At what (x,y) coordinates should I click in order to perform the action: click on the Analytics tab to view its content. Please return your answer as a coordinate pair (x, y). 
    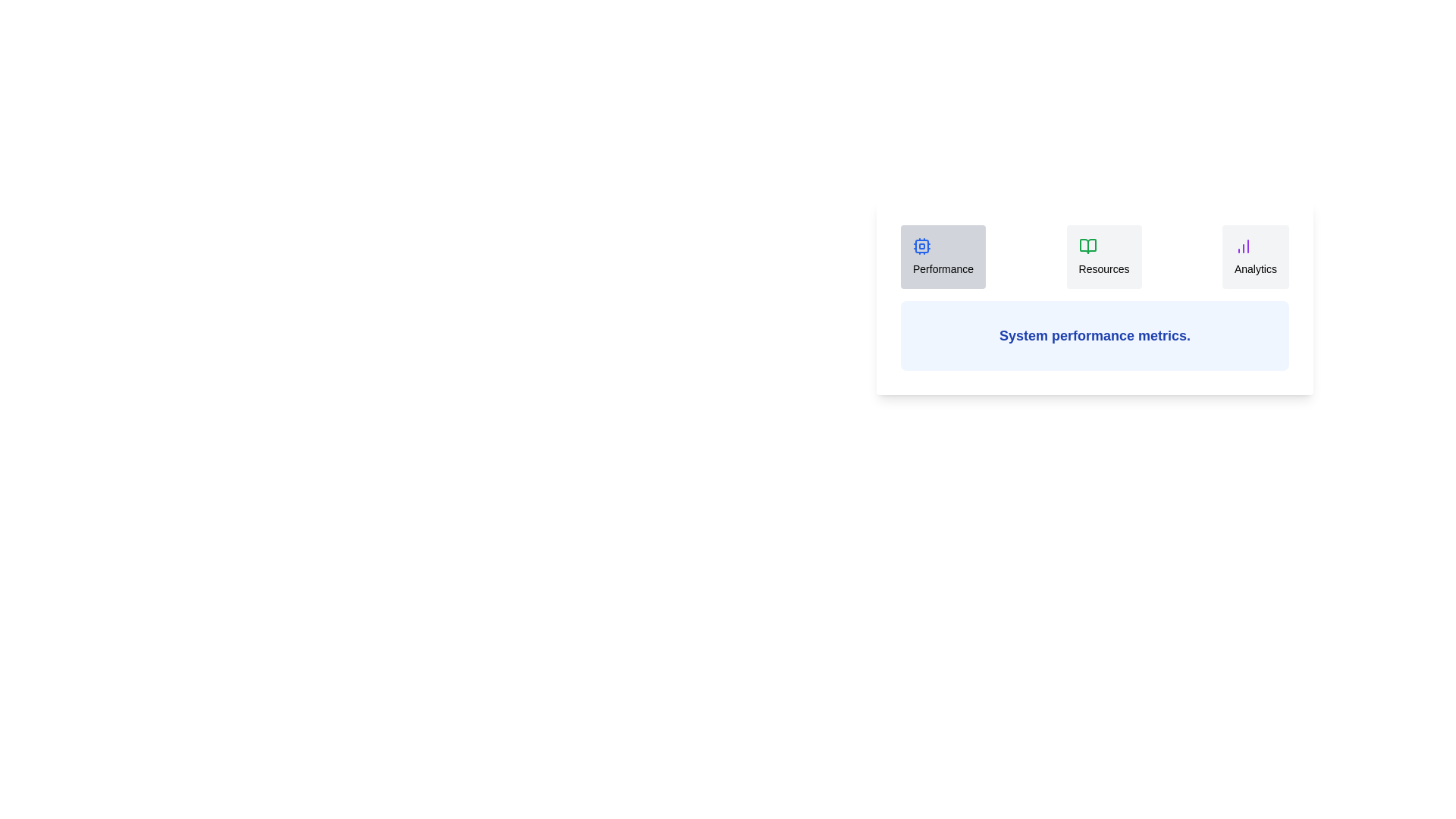
    Looking at the image, I should click on (1256, 256).